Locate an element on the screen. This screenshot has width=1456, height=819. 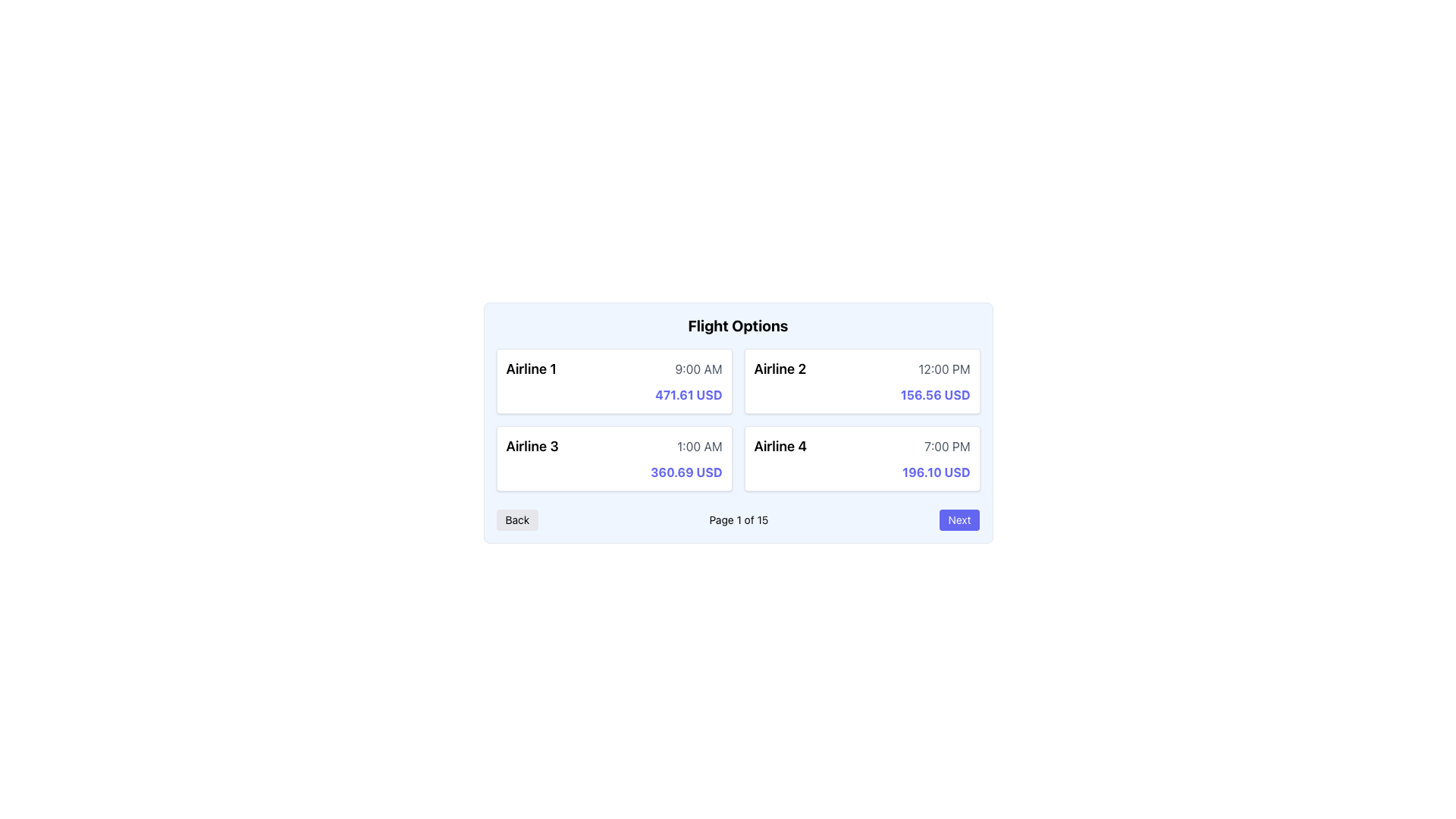
the small rectangular 'Back' button with a light gray background and rounded corners to change its background color is located at coordinates (517, 519).